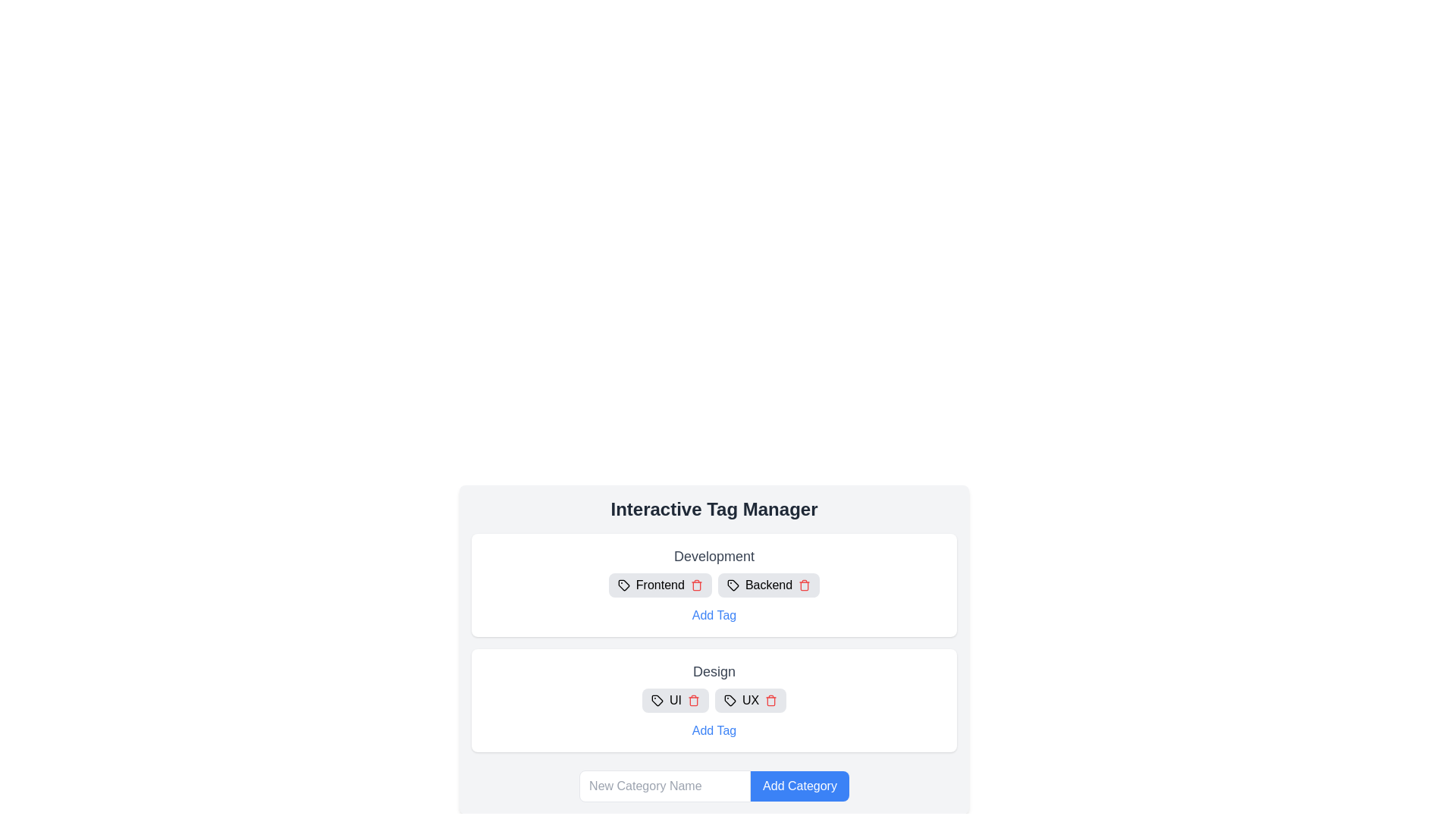  What do you see at coordinates (730, 701) in the screenshot?
I see `the tag icon representing 'UX' in the 'Design' category` at bounding box center [730, 701].